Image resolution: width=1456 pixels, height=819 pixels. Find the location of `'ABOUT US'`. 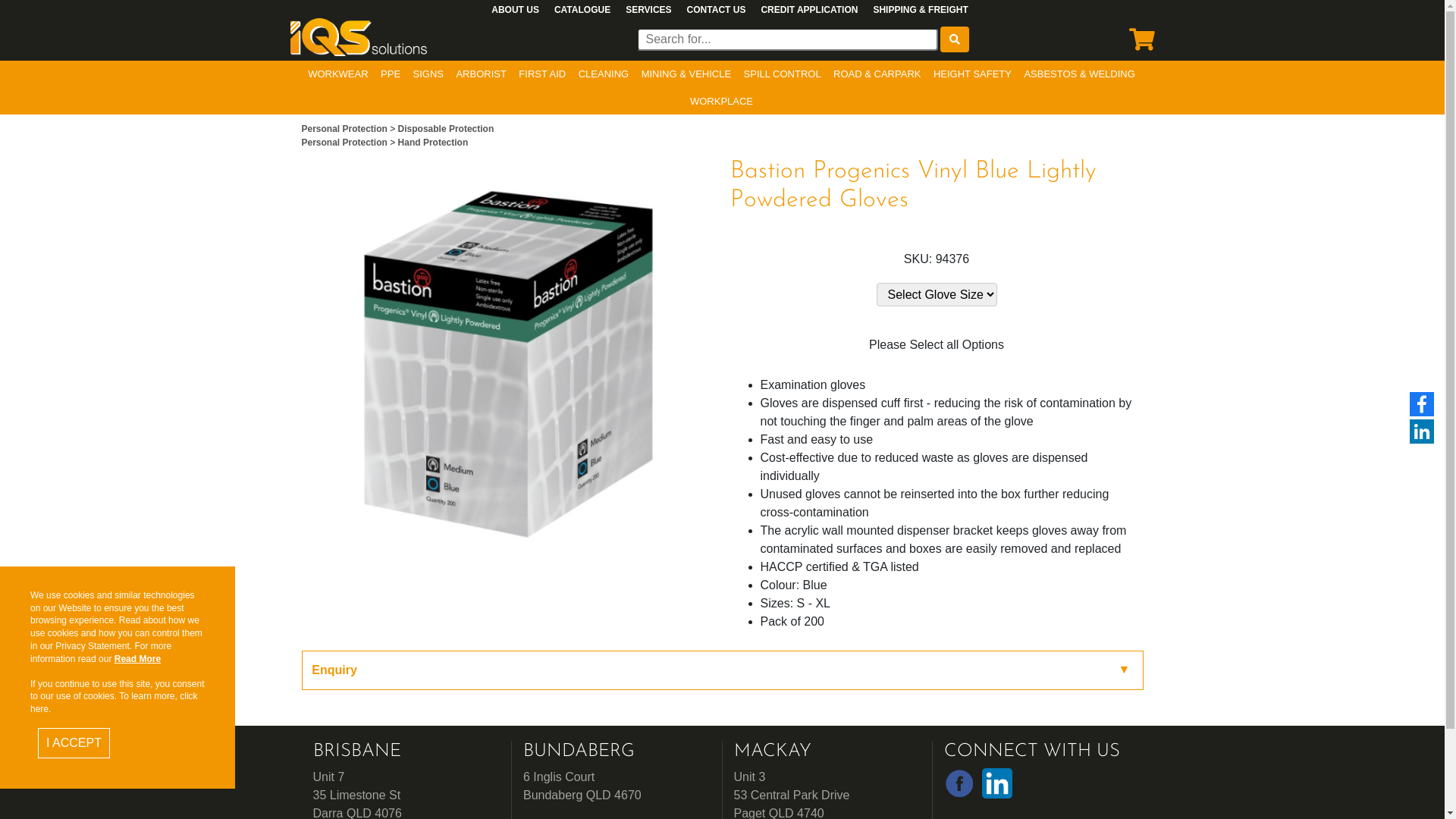

'ABOUT US' is located at coordinates (515, 9).